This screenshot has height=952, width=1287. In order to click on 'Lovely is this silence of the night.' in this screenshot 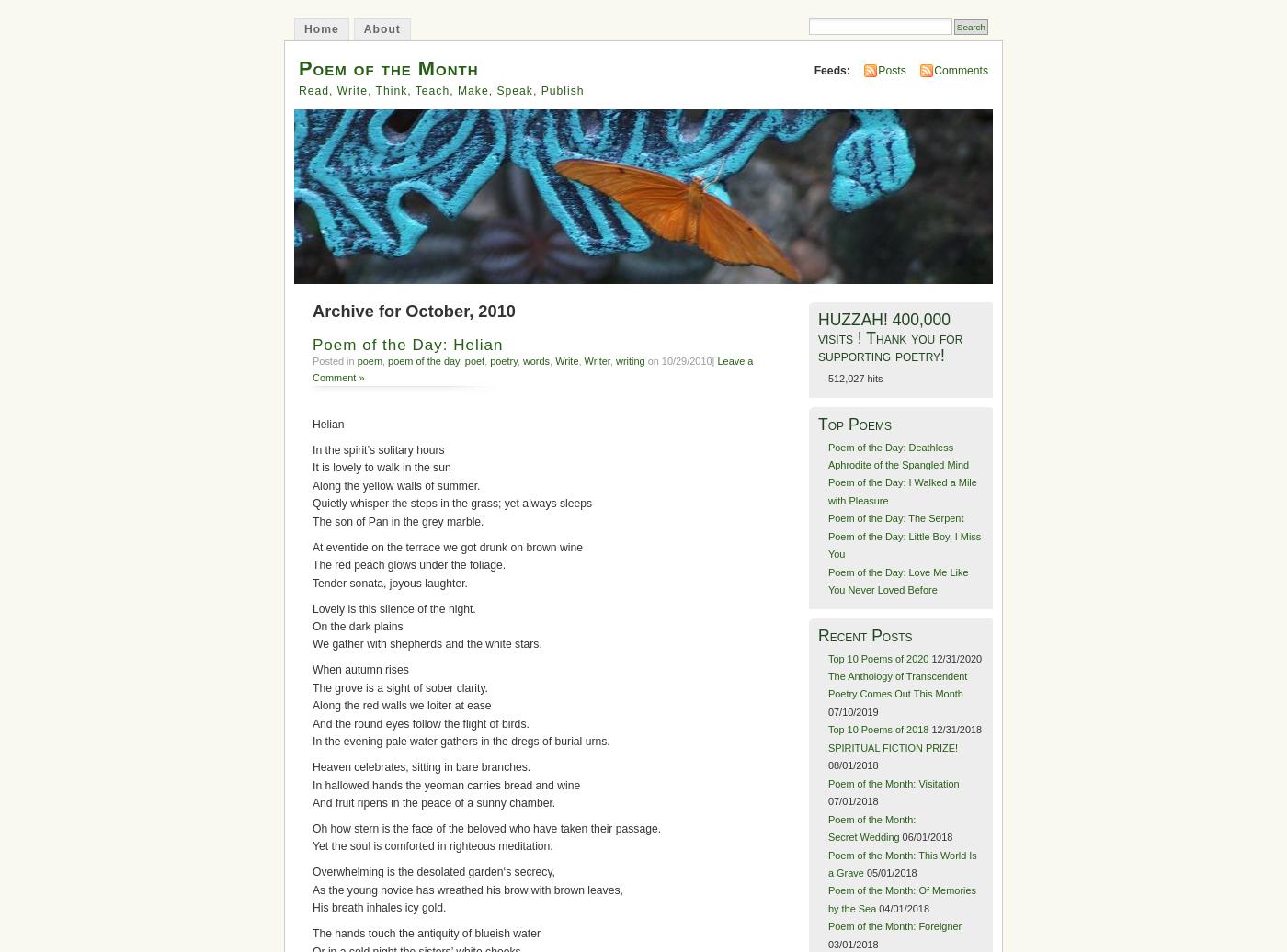, I will do `click(393, 608)`.